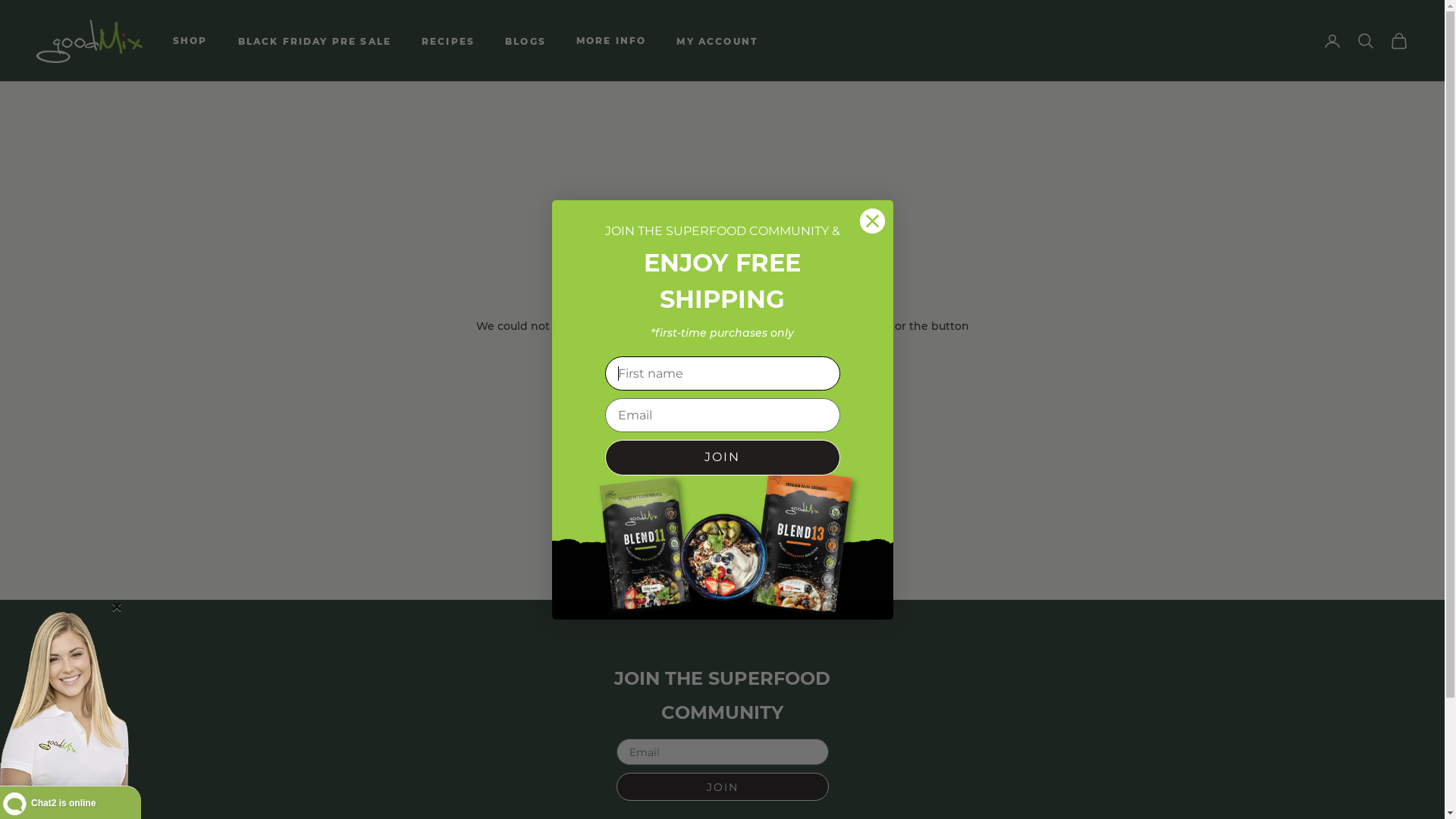 The image size is (1456, 819). I want to click on 'Open account page', so click(1331, 40).